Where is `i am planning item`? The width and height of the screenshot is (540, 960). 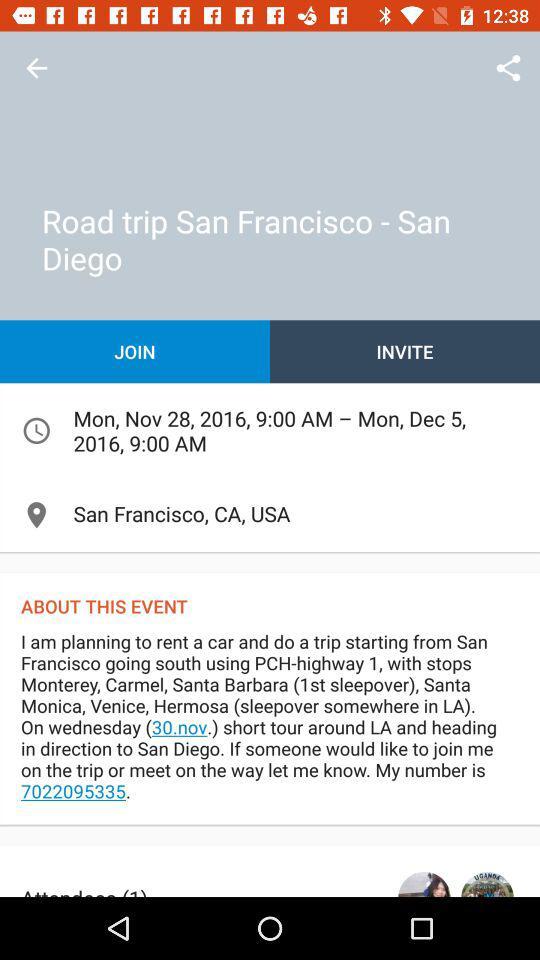 i am planning item is located at coordinates (270, 725).